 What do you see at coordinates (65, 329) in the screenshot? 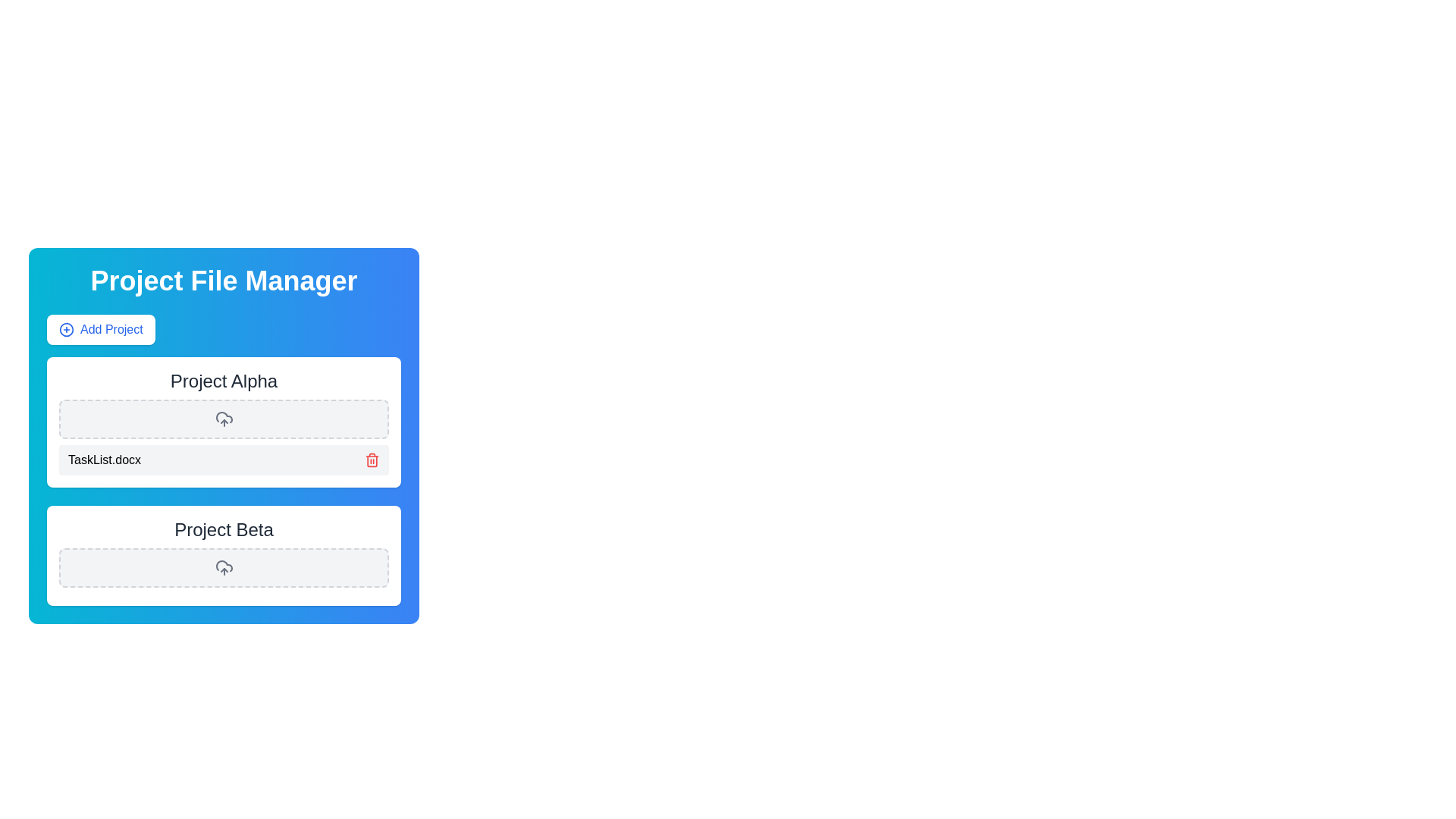
I see `the icon located to the left of the 'Add Project' button in the upper left area of the interface, below the 'Project File Manager' header` at bounding box center [65, 329].